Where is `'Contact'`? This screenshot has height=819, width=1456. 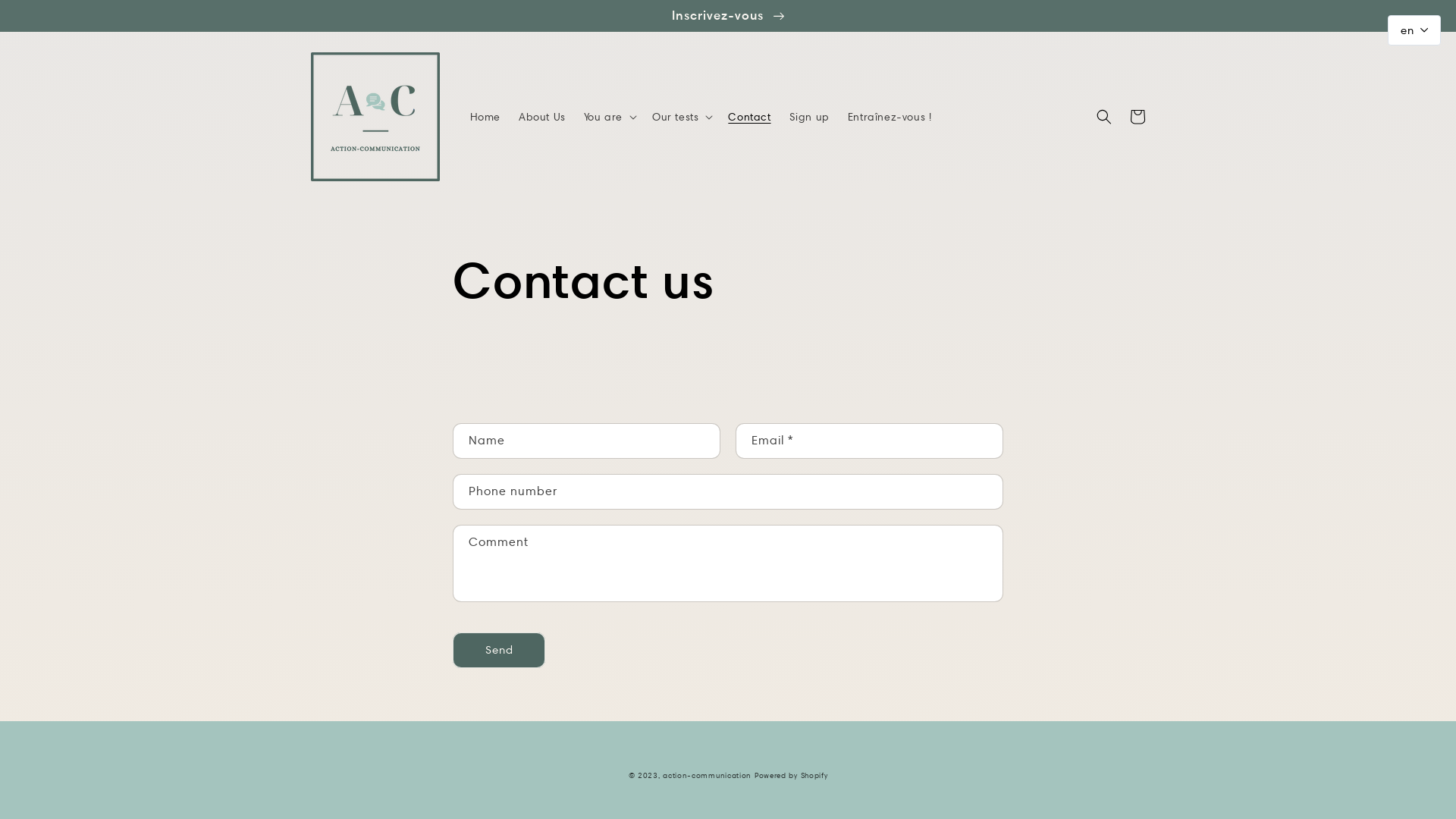
'Contact' is located at coordinates (718, 116).